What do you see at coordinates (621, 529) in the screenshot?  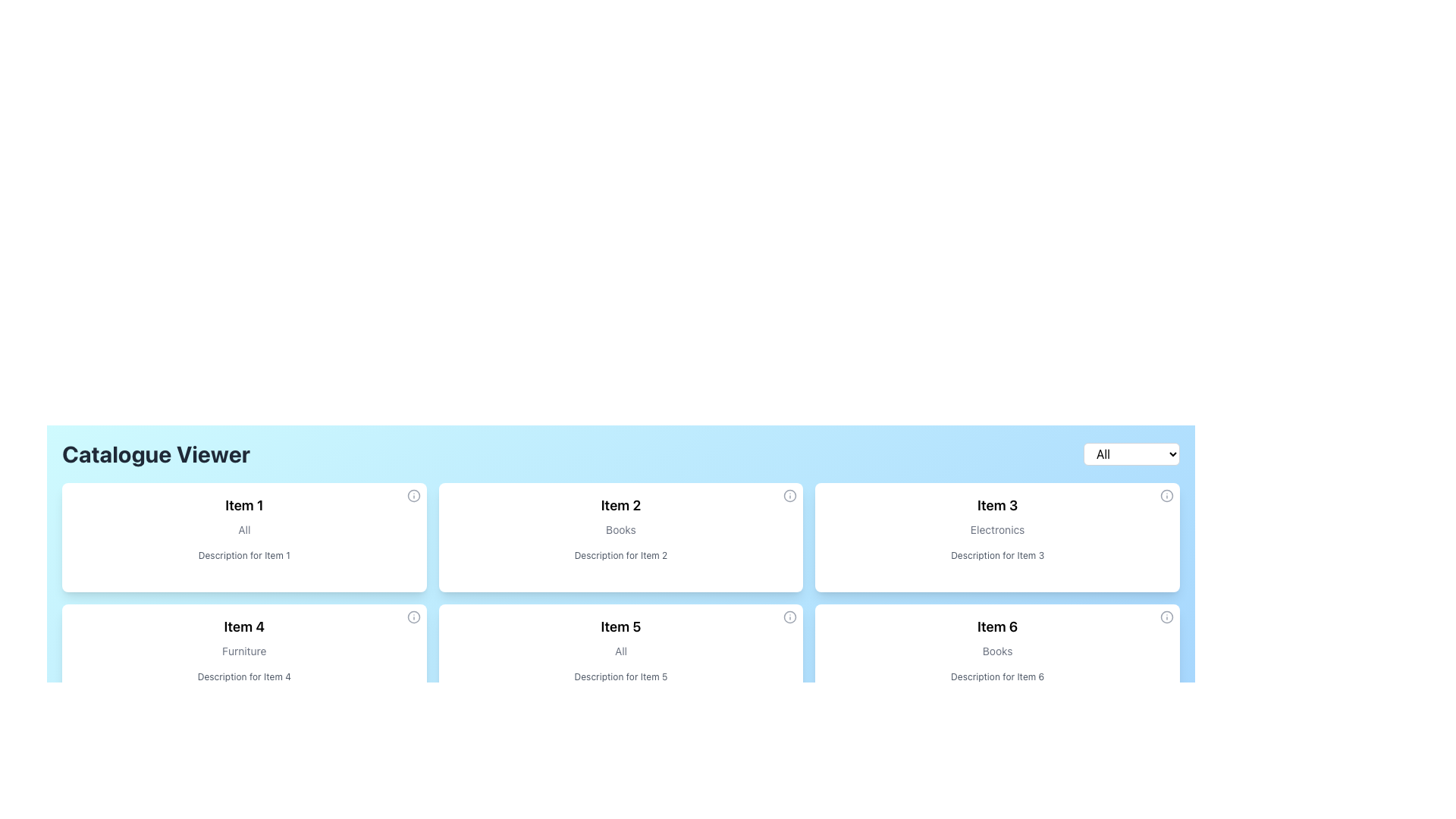 I see `the text label 'Books' which is styled in gray and located within the card labeled 'Item 2'` at bounding box center [621, 529].